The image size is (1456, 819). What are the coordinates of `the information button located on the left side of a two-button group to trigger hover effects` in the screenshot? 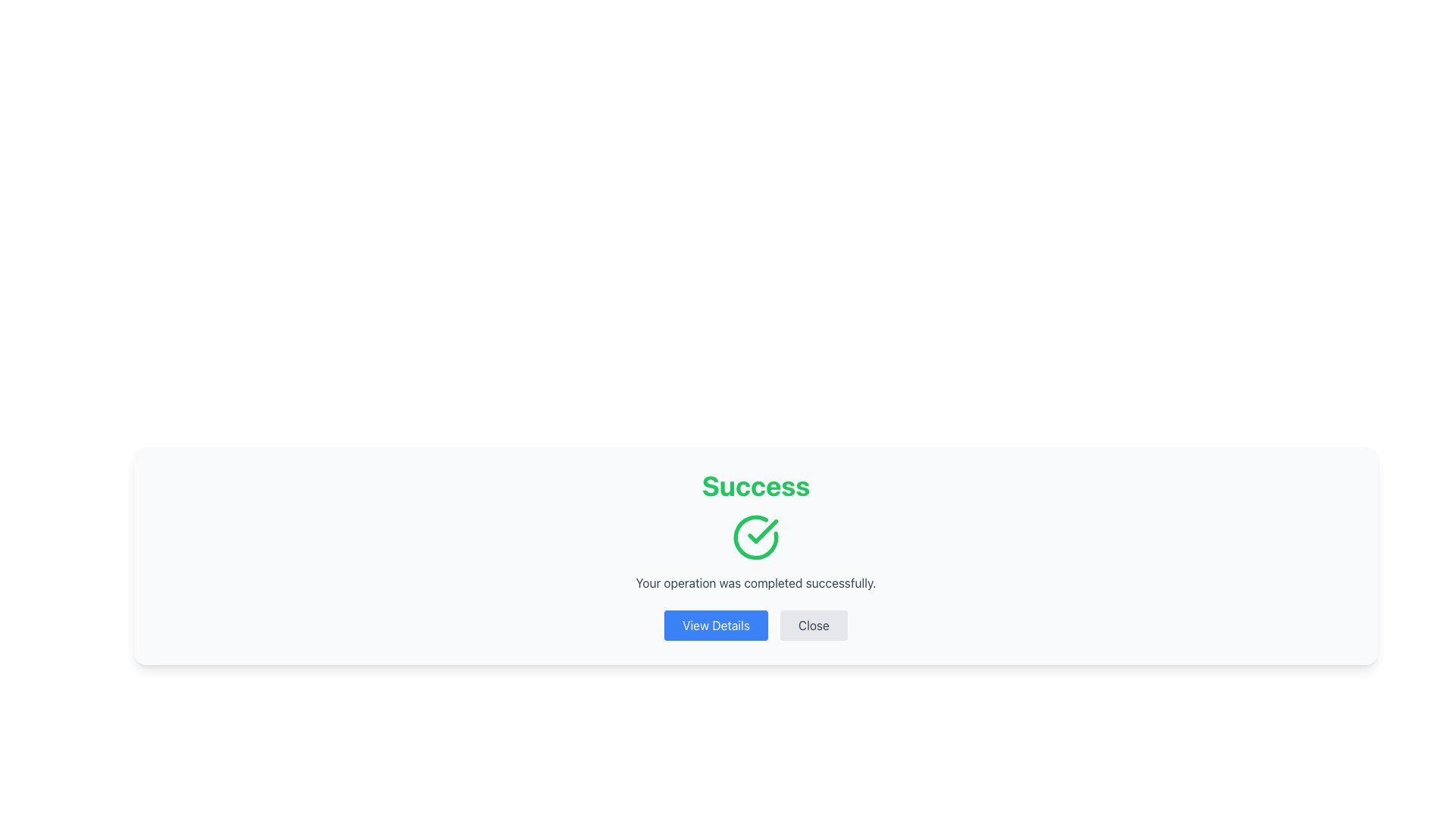 It's located at (715, 626).